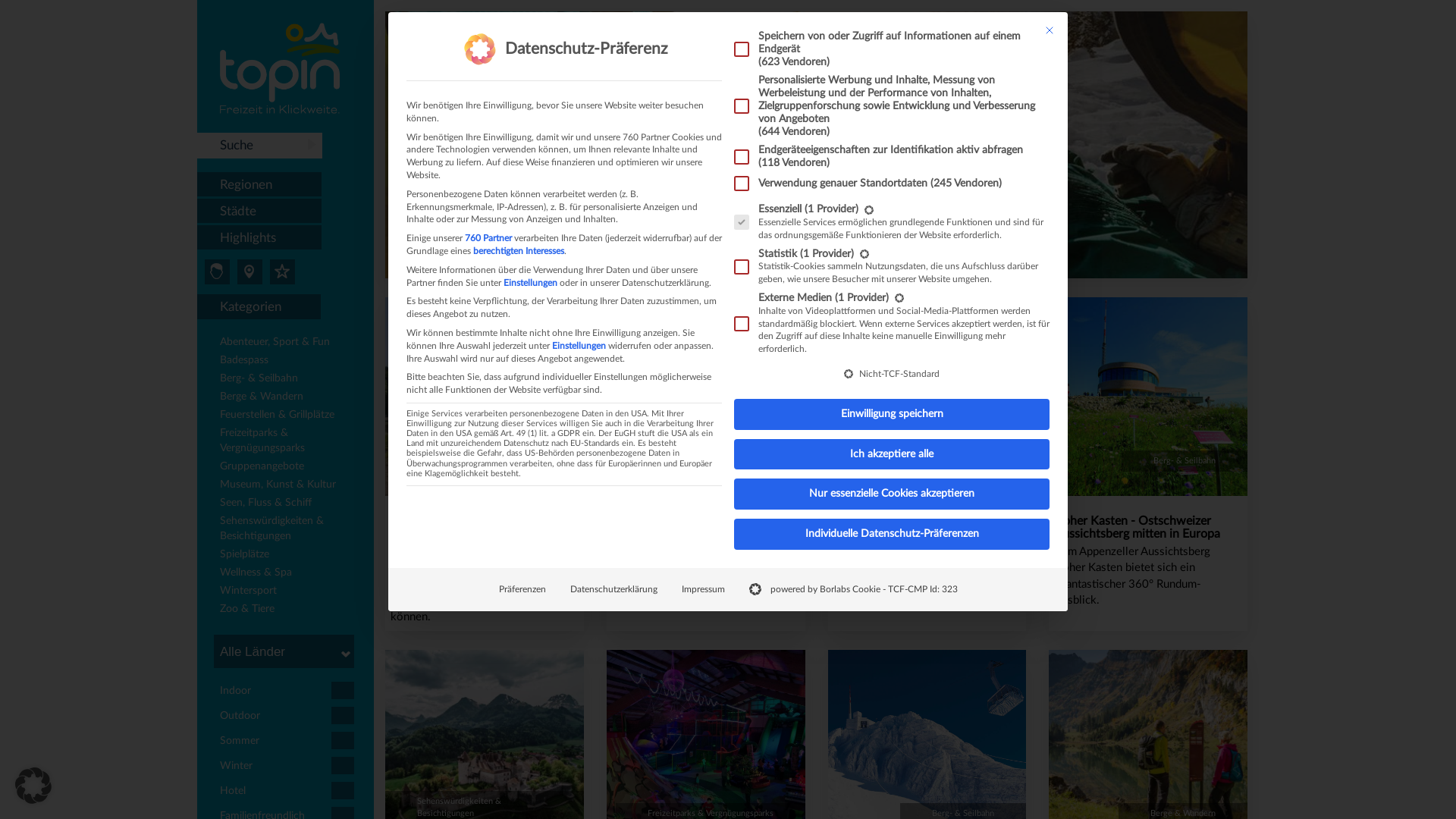 The image size is (1456, 819). What do you see at coordinates (290, 362) in the screenshot?
I see `'Badespass'` at bounding box center [290, 362].